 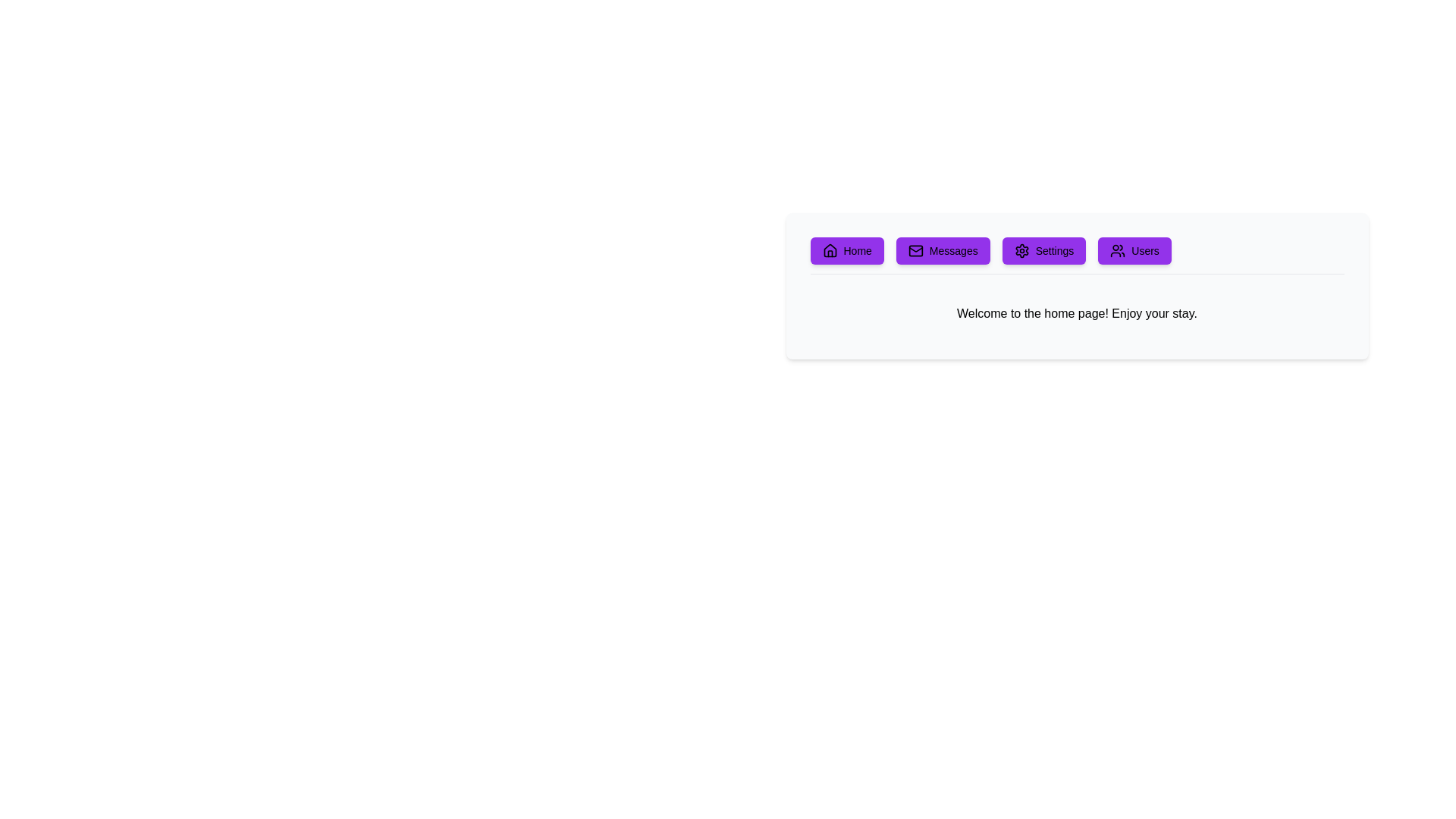 What do you see at coordinates (1021, 250) in the screenshot?
I see `the gear icon within the 'Settings' button, which is styled with a purple background and white foreground` at bounding box center [1021, 250].